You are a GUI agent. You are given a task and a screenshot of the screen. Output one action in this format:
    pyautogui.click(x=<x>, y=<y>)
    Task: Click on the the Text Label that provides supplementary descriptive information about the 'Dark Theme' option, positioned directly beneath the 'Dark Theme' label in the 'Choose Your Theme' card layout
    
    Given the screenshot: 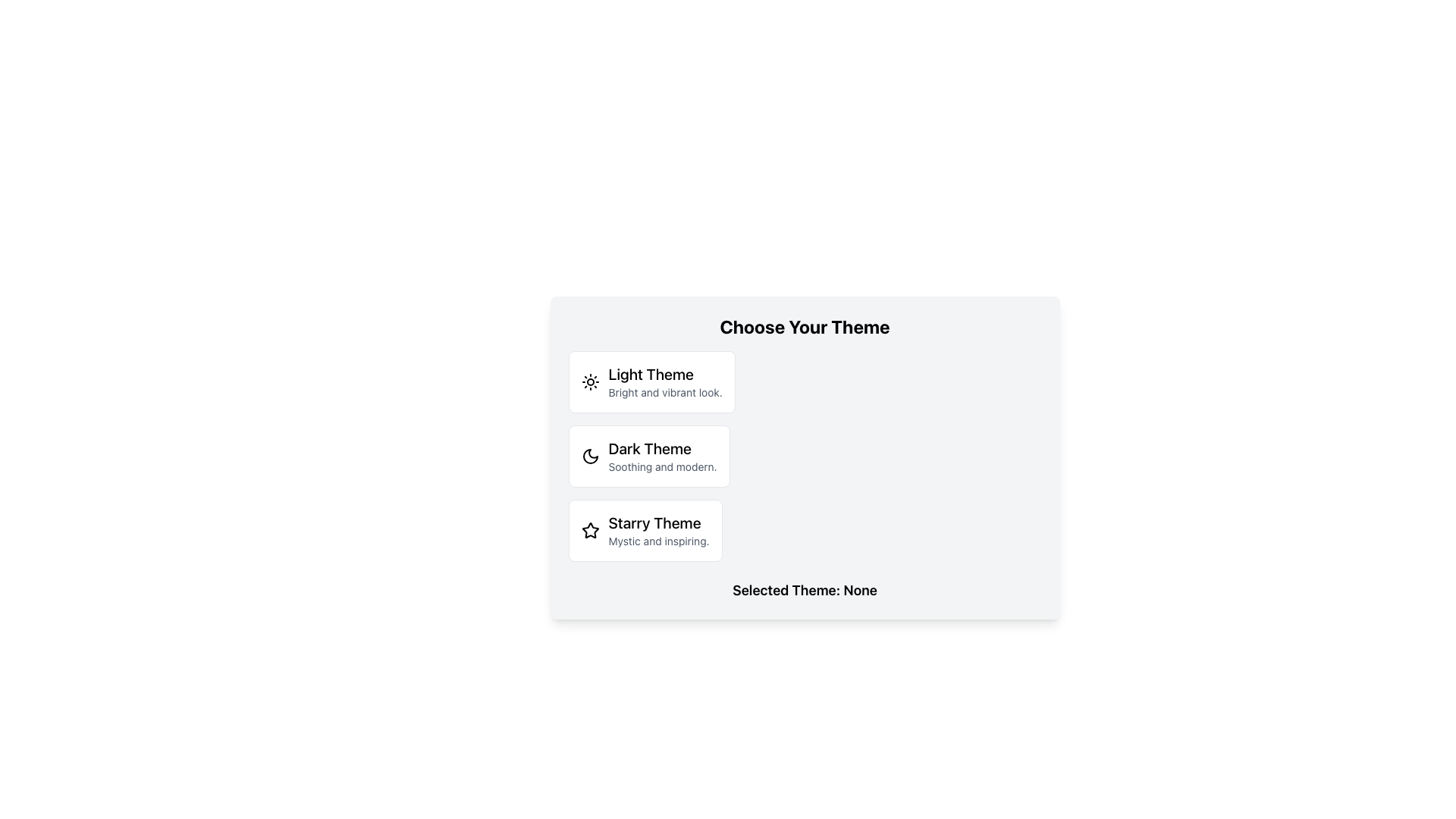 What is the action you would take?
    pyautogui.click(x=663, y=466)
    